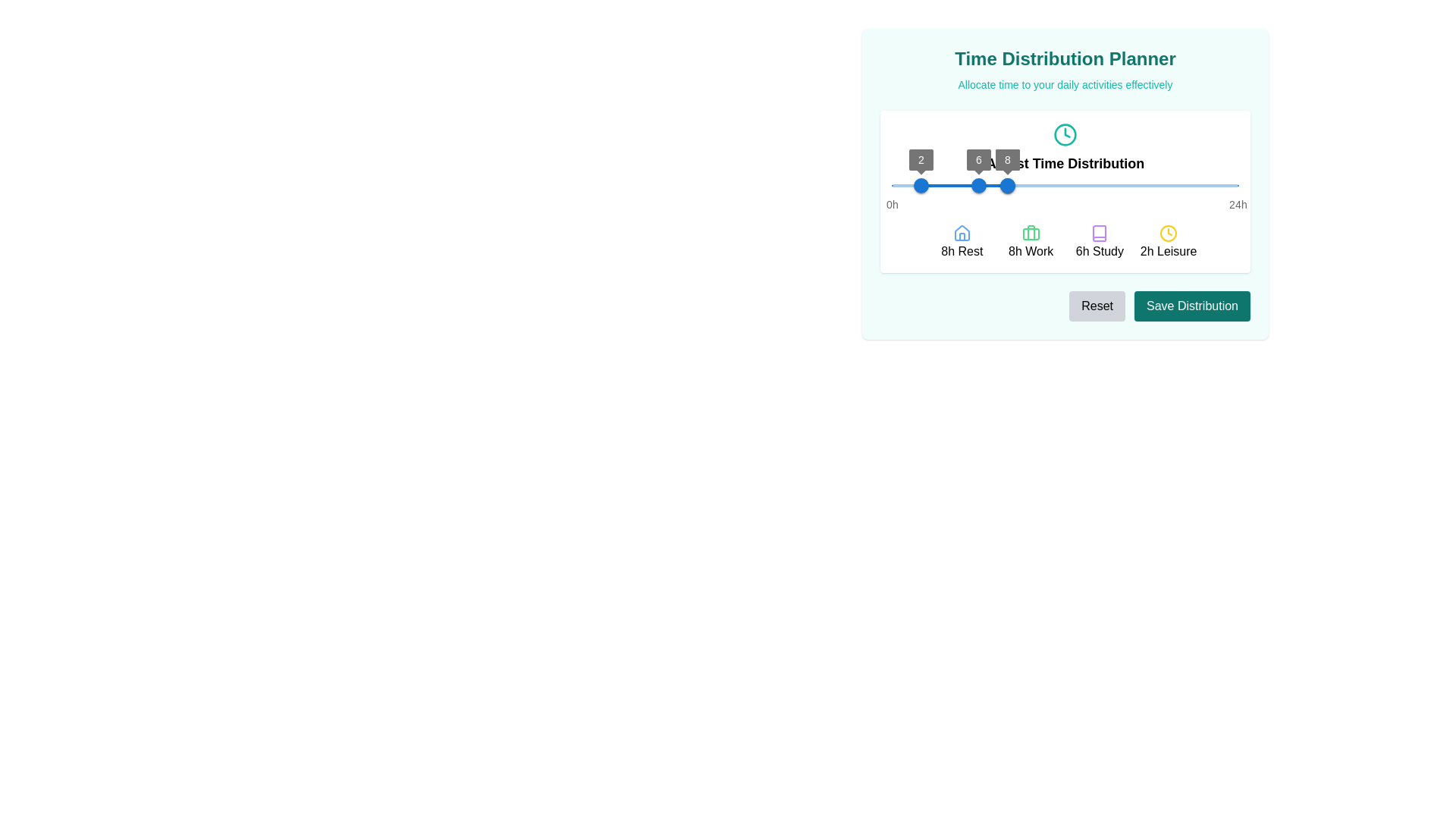 The height and width of the screenshot is (819, 1456). I want to click on the time slider, so click(973, 185).